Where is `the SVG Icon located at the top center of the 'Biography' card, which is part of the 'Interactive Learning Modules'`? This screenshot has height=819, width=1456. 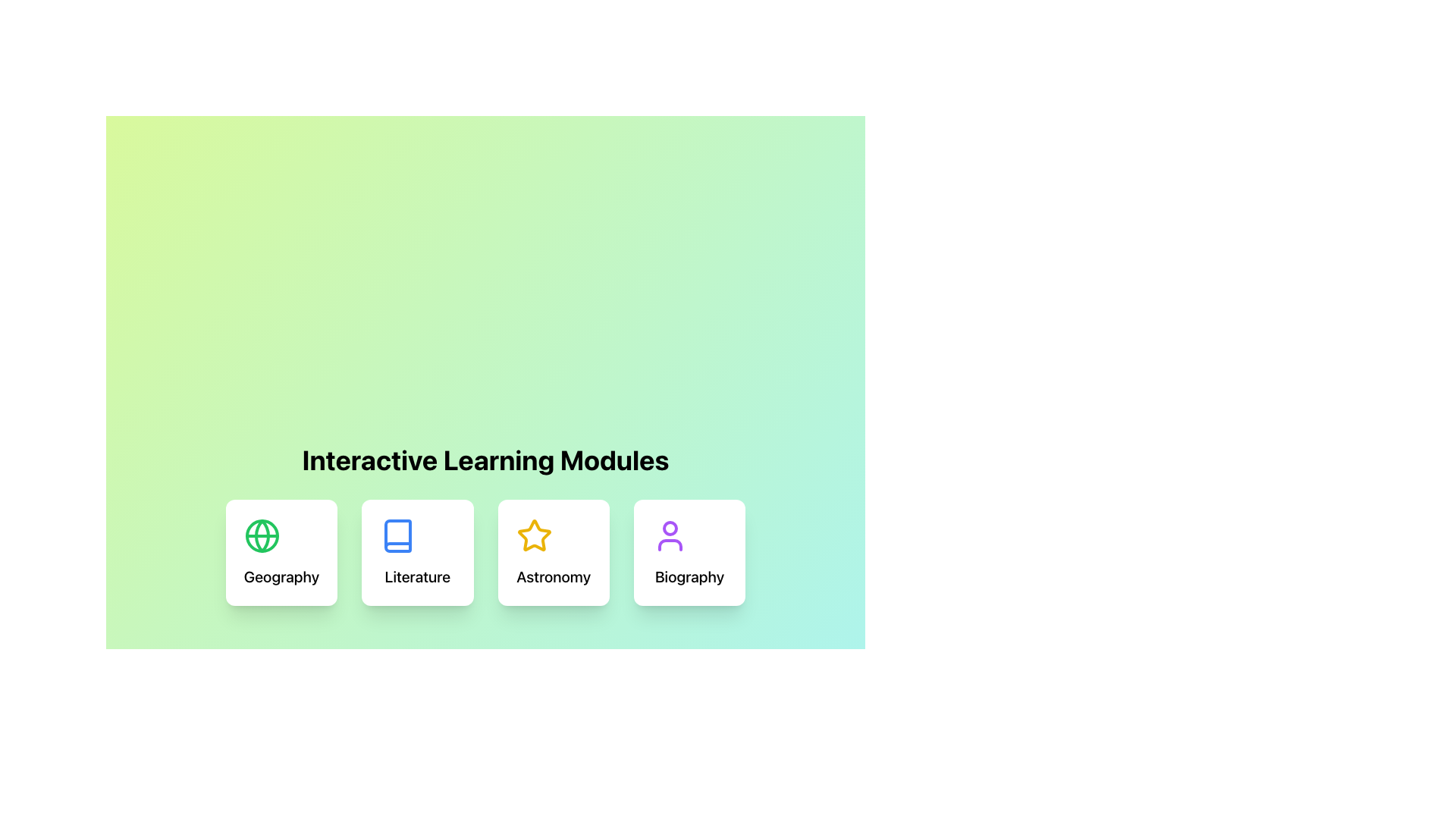
the SVG Icon located at the top center of the 'Biography' card, which is part of the 'Interactive Learning Modules' is located at coordinates (669, 535).